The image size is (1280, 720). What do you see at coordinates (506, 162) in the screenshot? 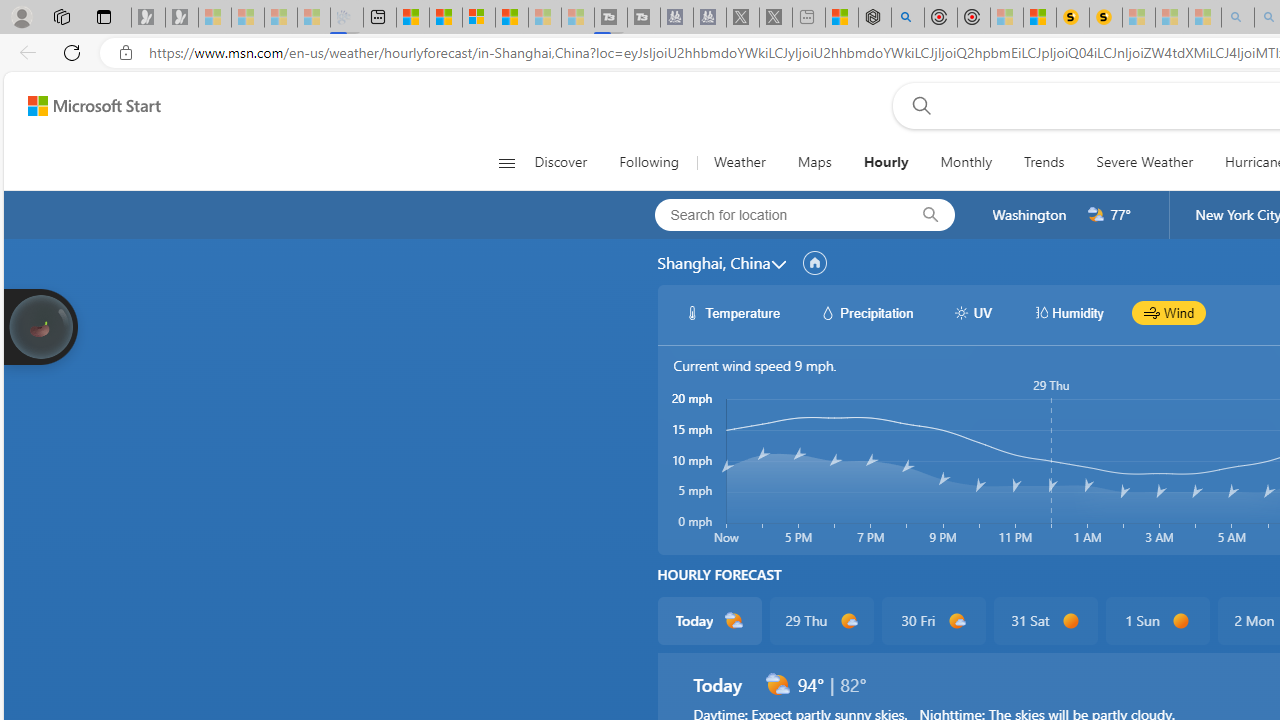
I see `'Class: button-glyph'` at bounding box center [506, 162].